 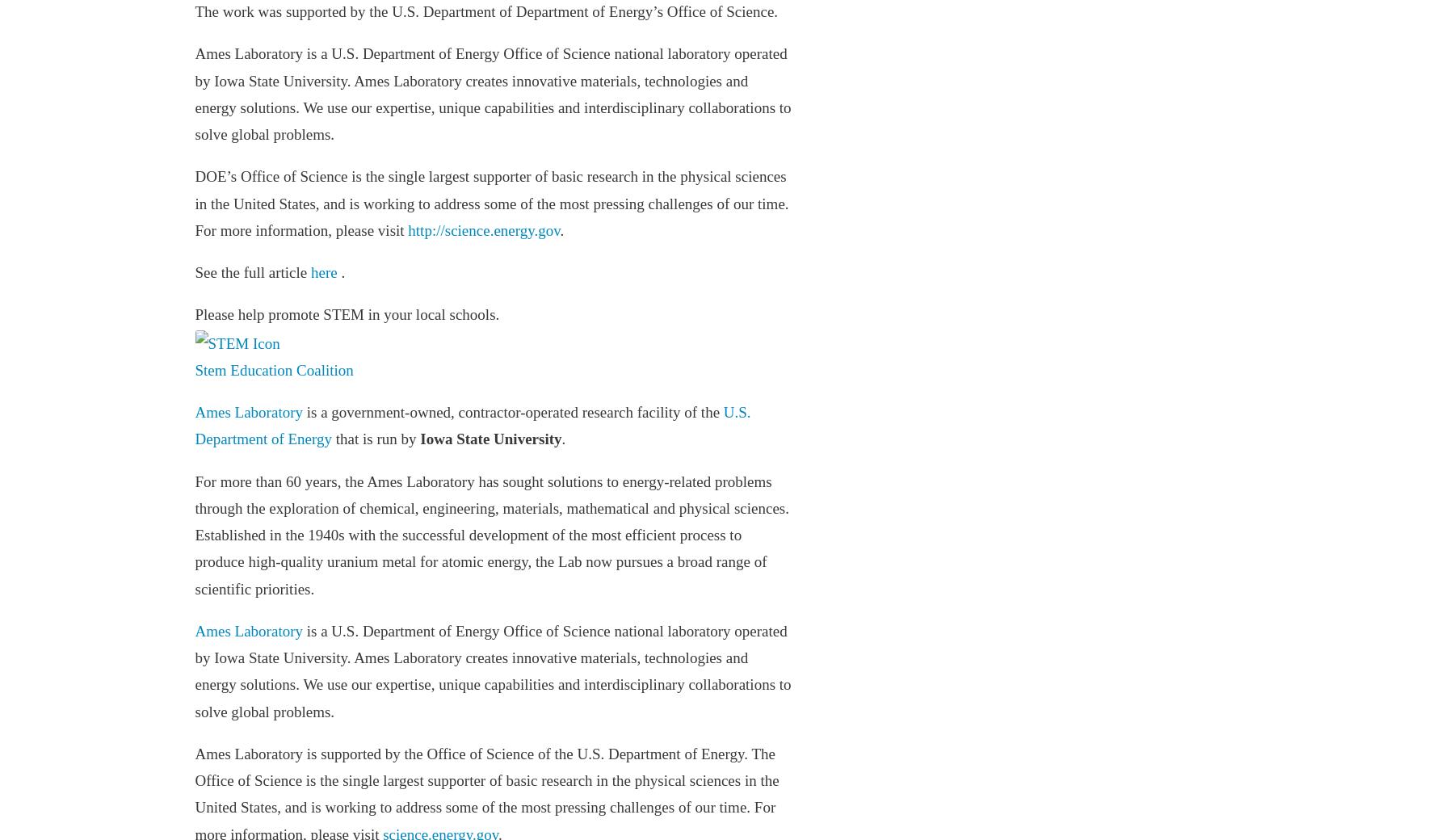 What do you see at coordinates (490, 438) in the screenshot?
I see `'Iowa State University'` at bounding box center [490, 438].